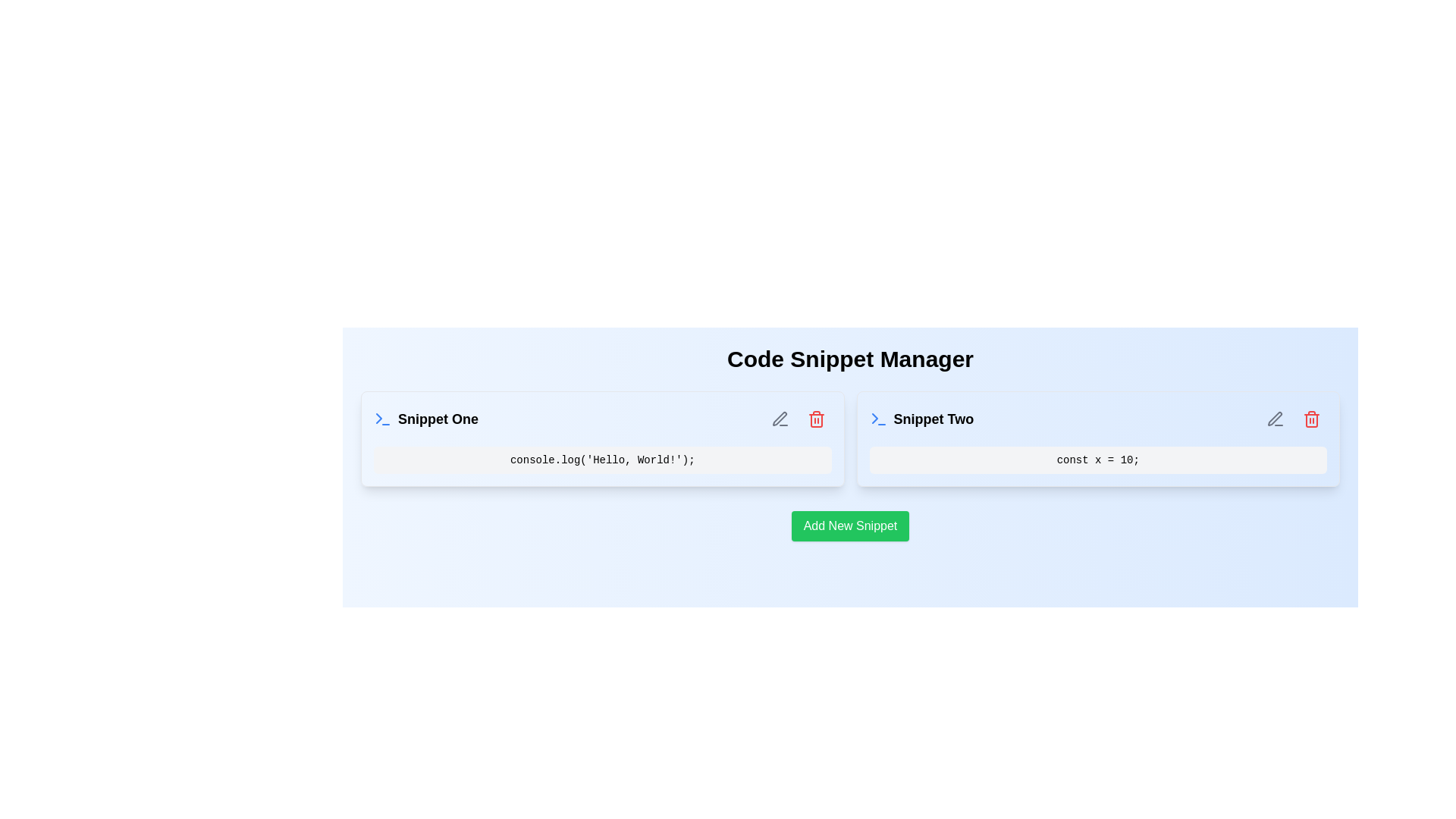 The width and height of the screenshot is (1456, 819). Describe the element at coordinates (382, 419) in the screenshot. I see `the blue stroke command line terminal icon located to the left of the 'Snippet One' label in the title bar` at that location.